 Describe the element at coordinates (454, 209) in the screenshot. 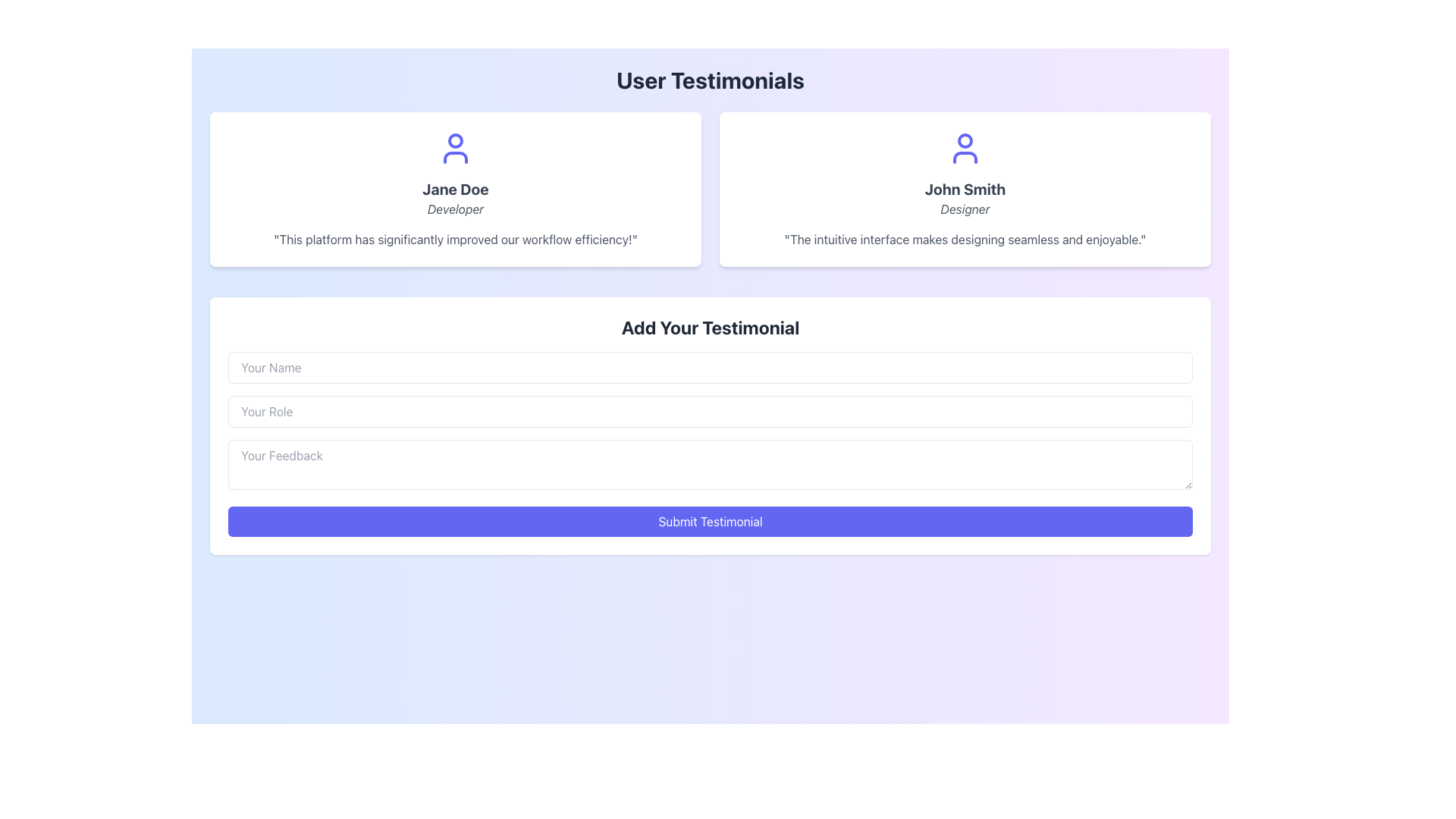

I see `text label displaying 'Developer' which is styled in gray, italicized font and positioned below 'Jane Doe' in the testimonial card` at that location.